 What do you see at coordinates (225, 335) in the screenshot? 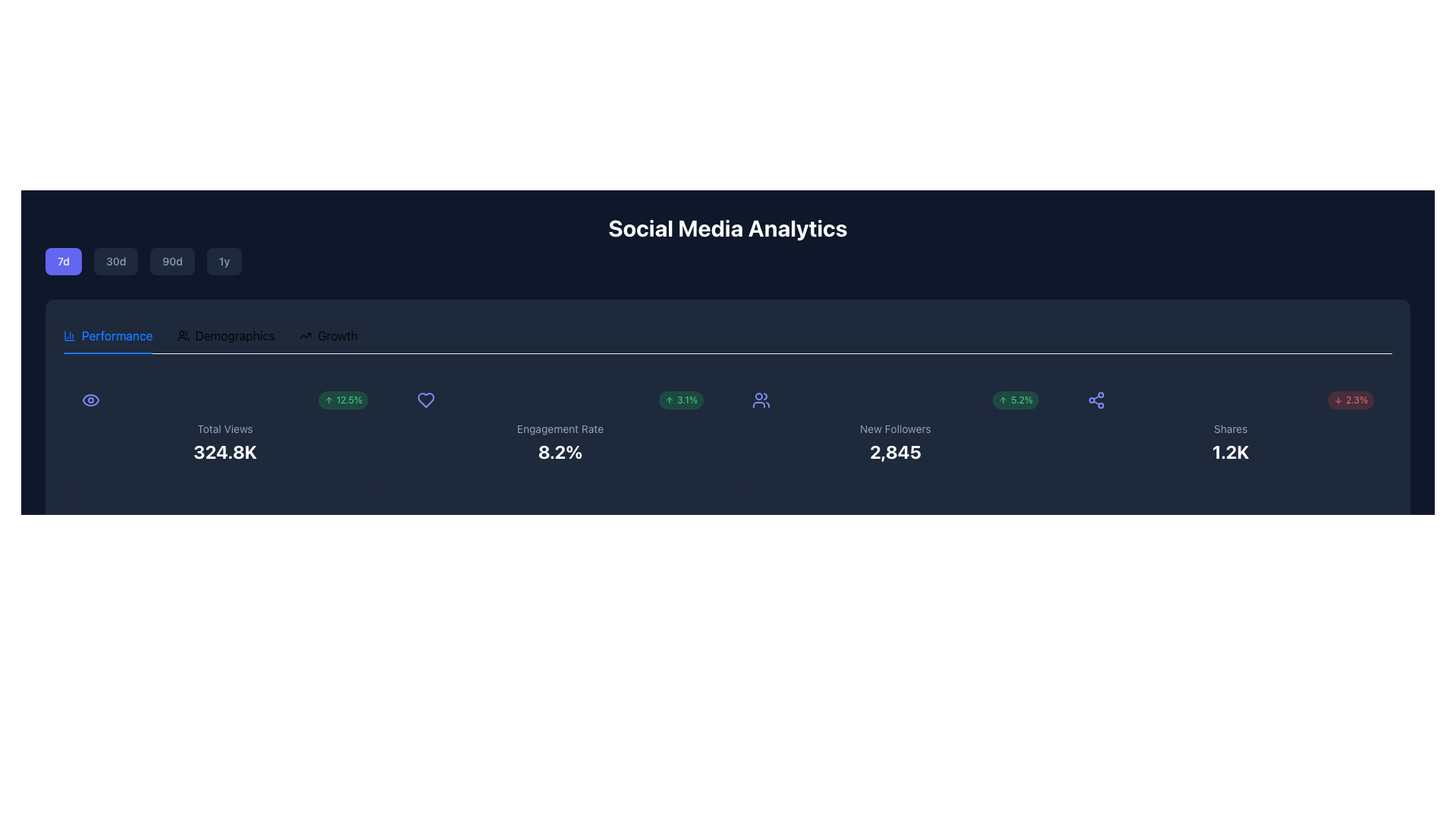
I see `the 'Demographics' tab button` at bounding box center [225, 335].